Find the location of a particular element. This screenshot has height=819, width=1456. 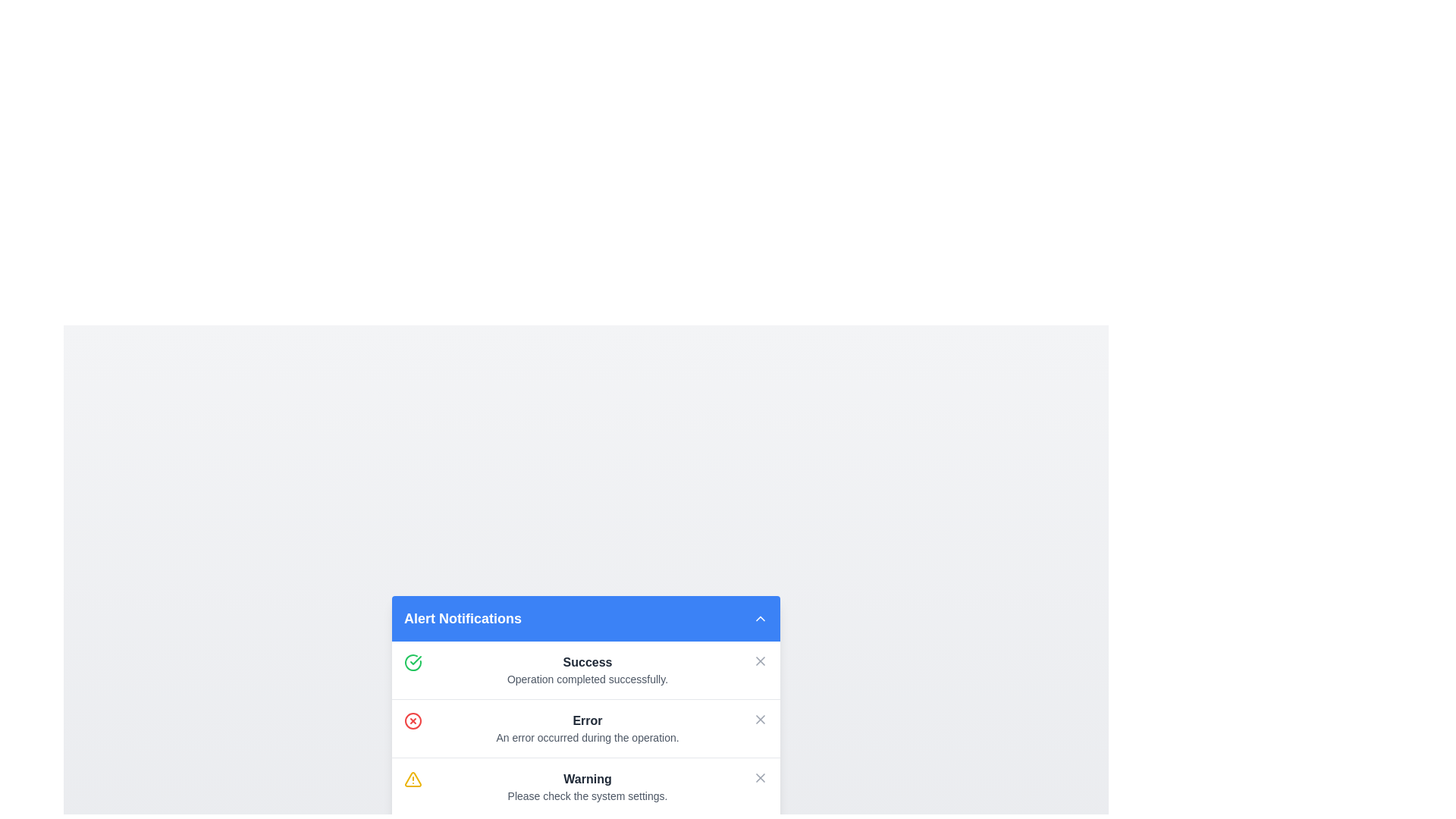

the error notification message displayed as the second item in the notification list to read the message is located at coordinates (585, 727).